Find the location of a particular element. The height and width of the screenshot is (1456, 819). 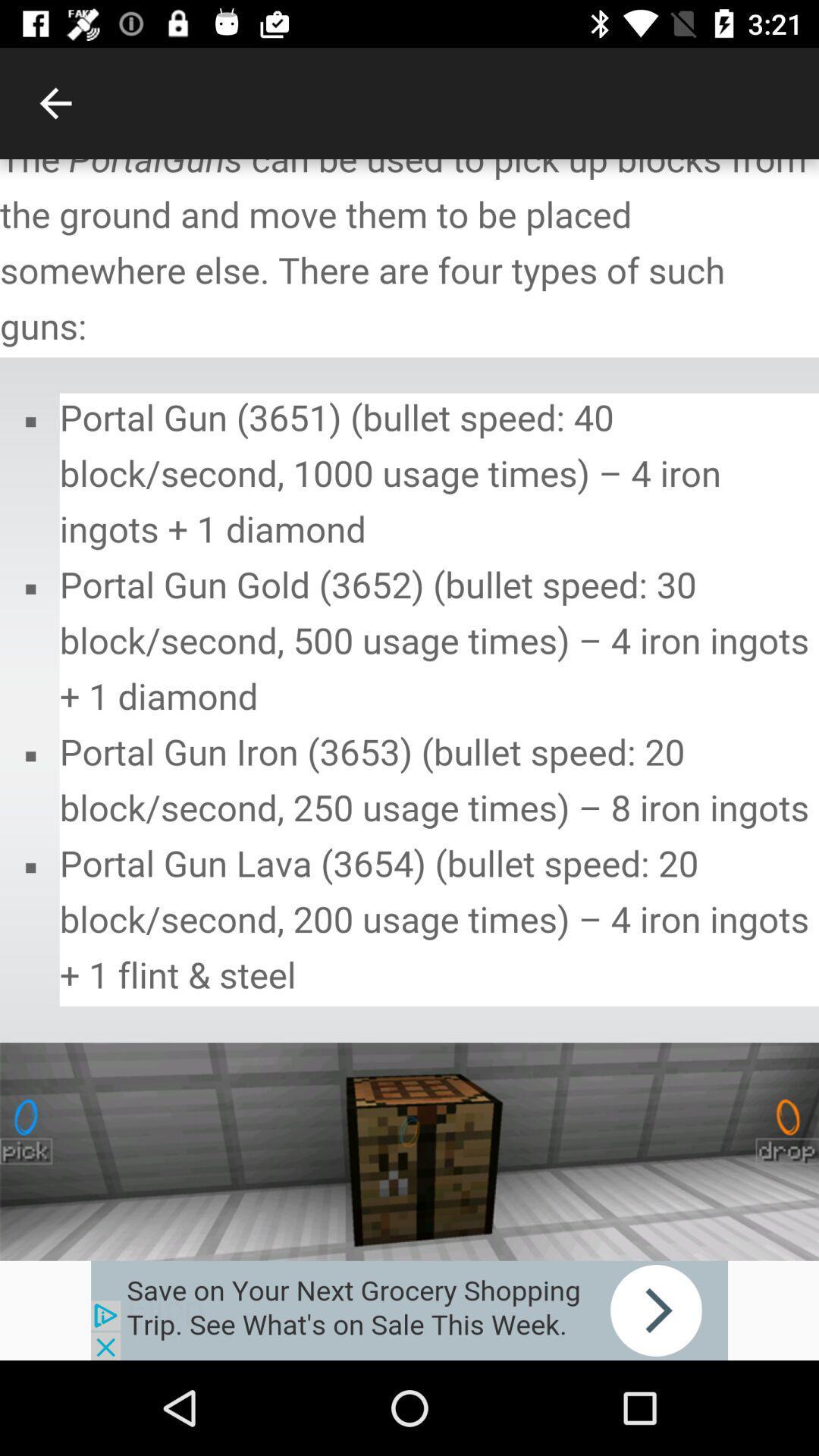

try this promotion is located at coordinates (409, 1310).